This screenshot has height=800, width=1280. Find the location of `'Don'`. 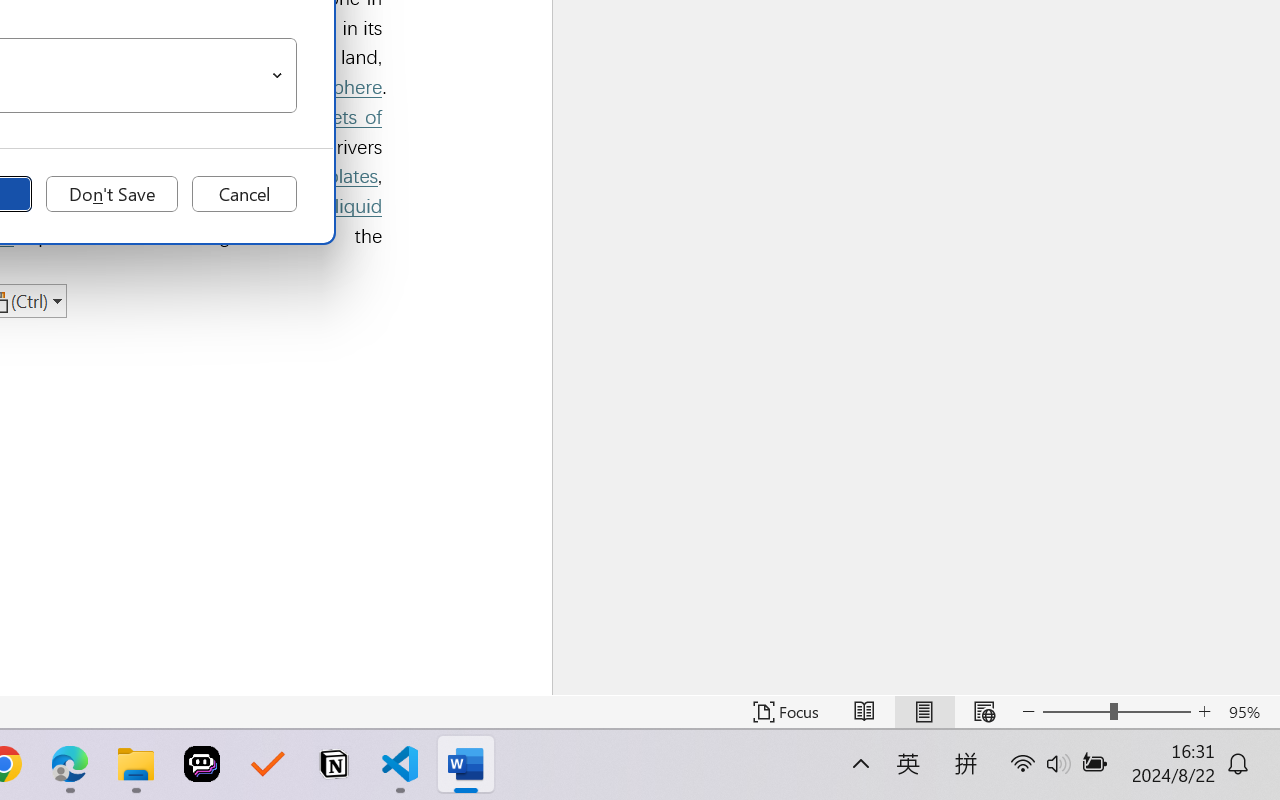

'Don' is located at coordinates (111, 193).